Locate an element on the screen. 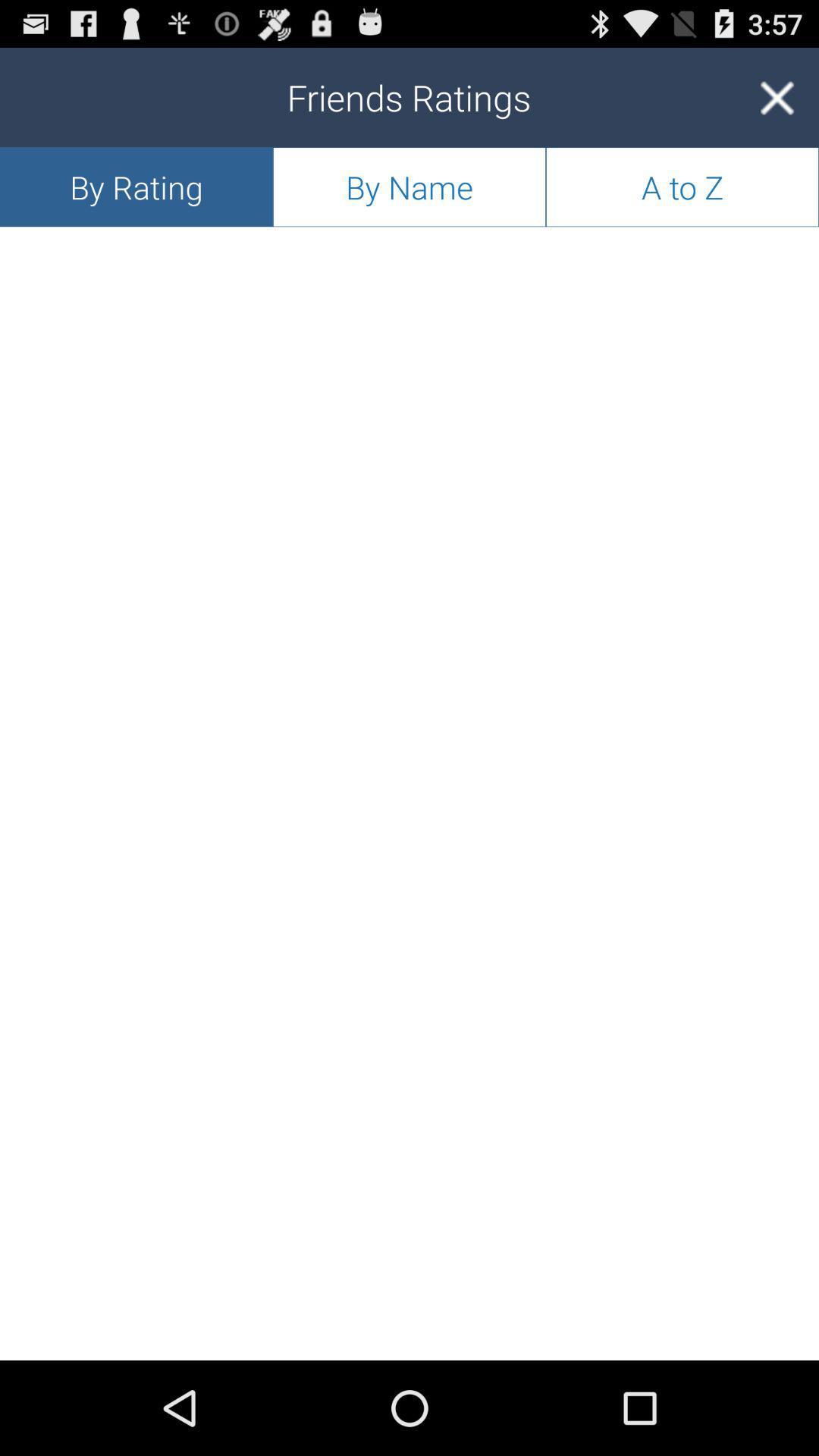 The width and height of the screenshot is (819, 1456). the item next to by name icon is located at coordinates (777, 96).